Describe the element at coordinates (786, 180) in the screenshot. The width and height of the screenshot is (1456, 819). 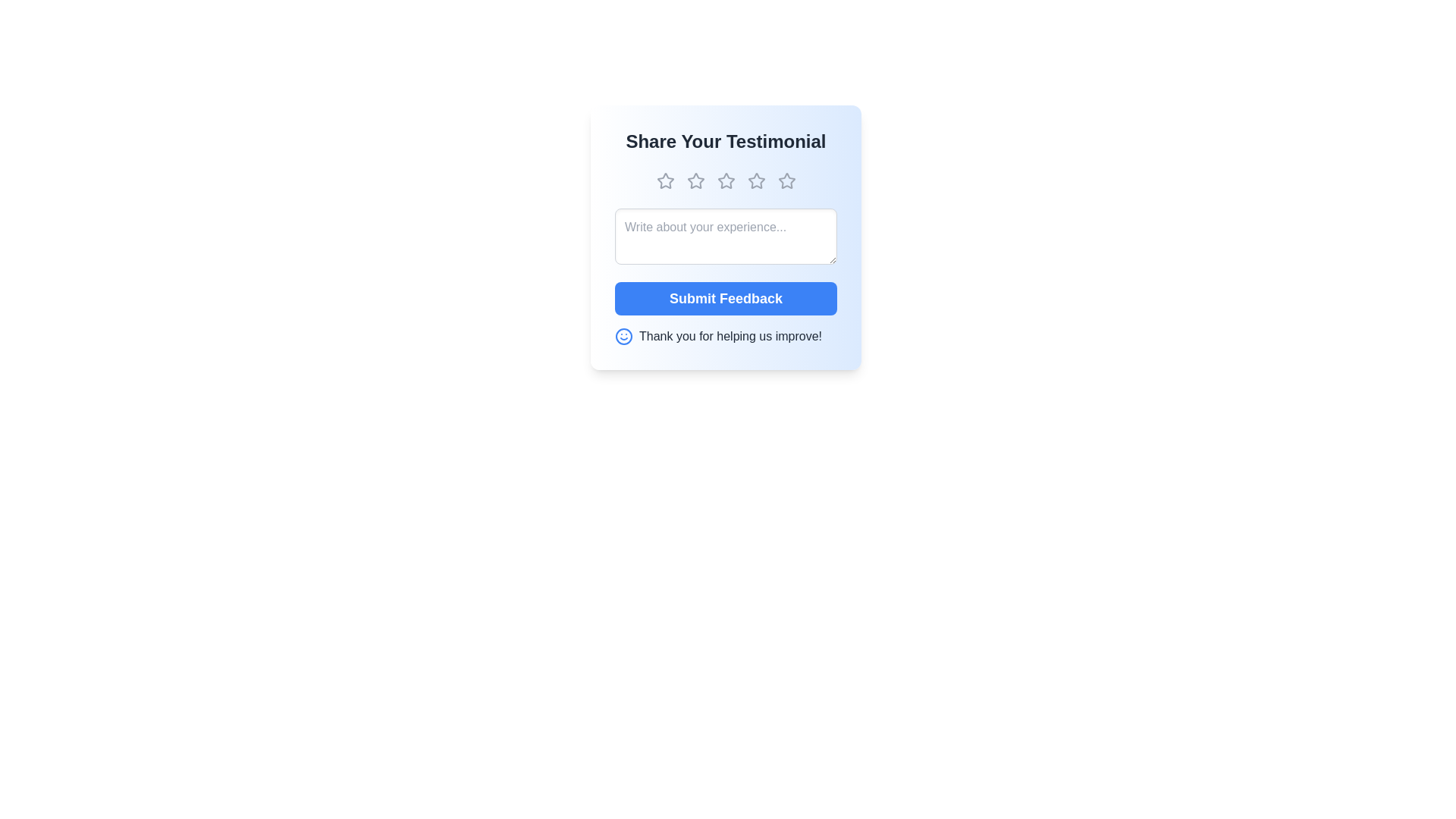
I see `the star corresponding to the desired rating of 5` at that location.